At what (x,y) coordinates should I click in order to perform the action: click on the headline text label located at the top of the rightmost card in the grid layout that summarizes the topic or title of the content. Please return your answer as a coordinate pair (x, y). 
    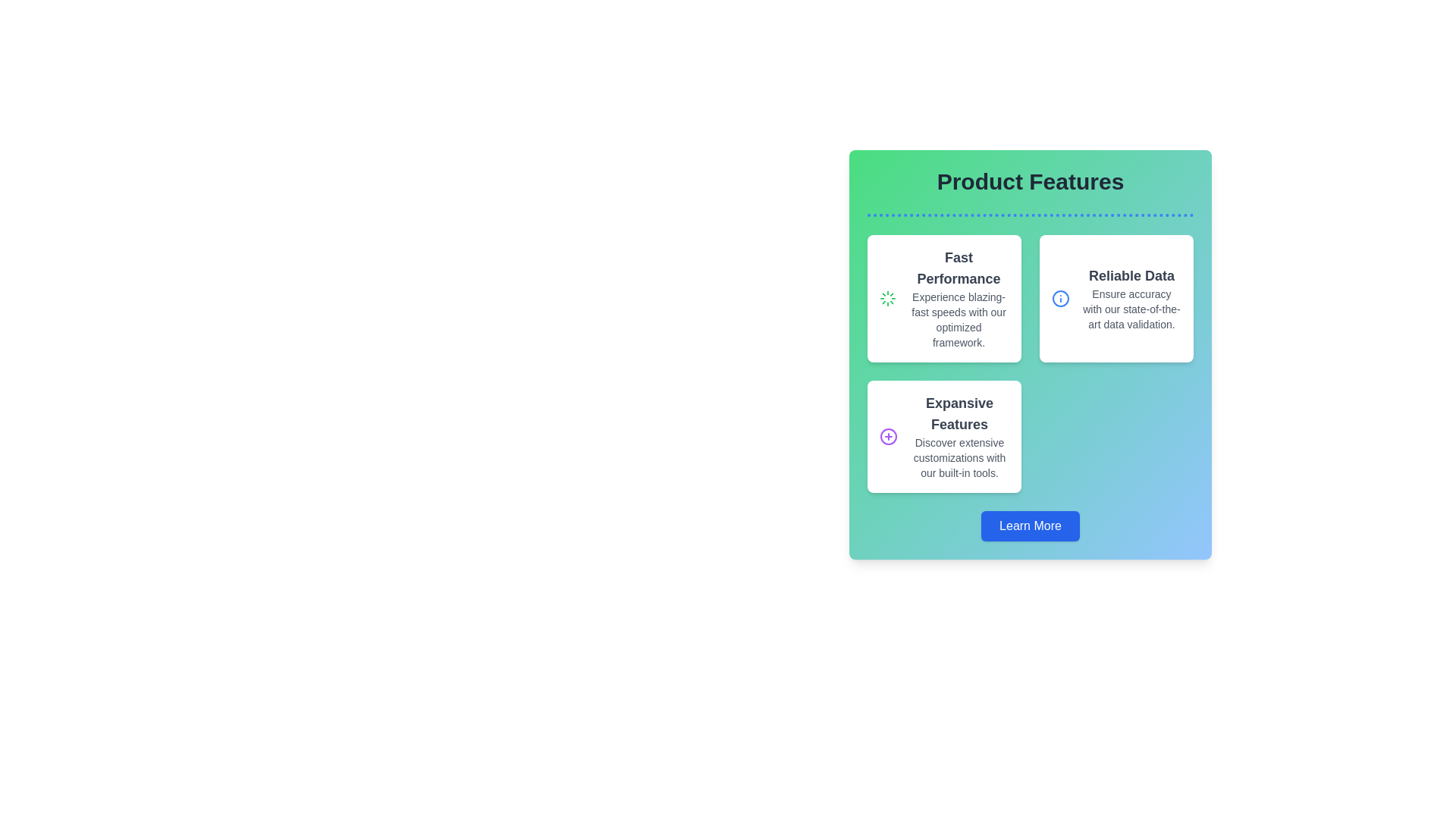
    Looking at the image, I should click on (1131, 275).